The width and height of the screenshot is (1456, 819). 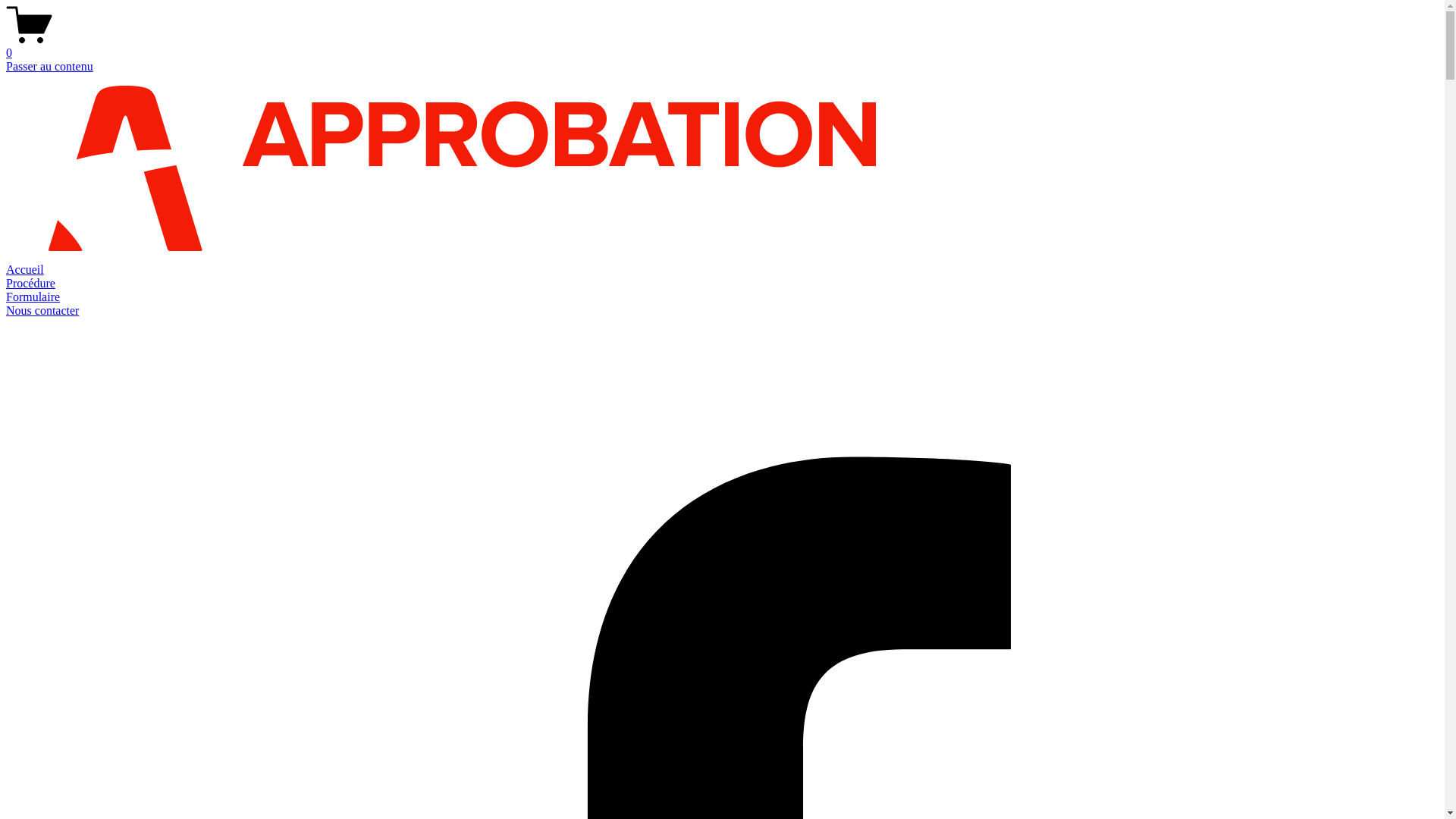 I want to click on 'Passer au contenu', so click(x=49, y=65).